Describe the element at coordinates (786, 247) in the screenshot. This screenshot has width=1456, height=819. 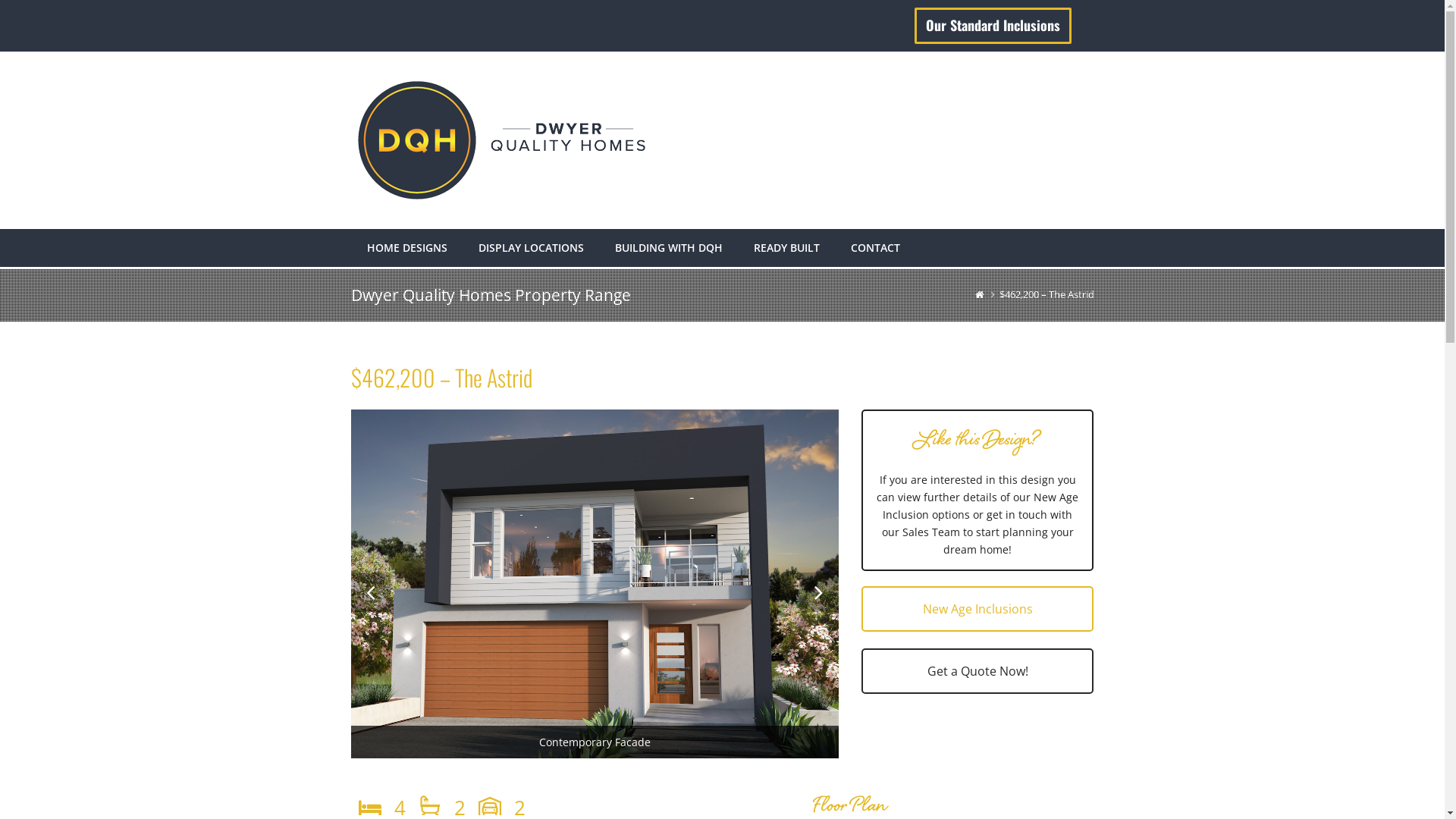
I see `'READY BUILT'` at that location.